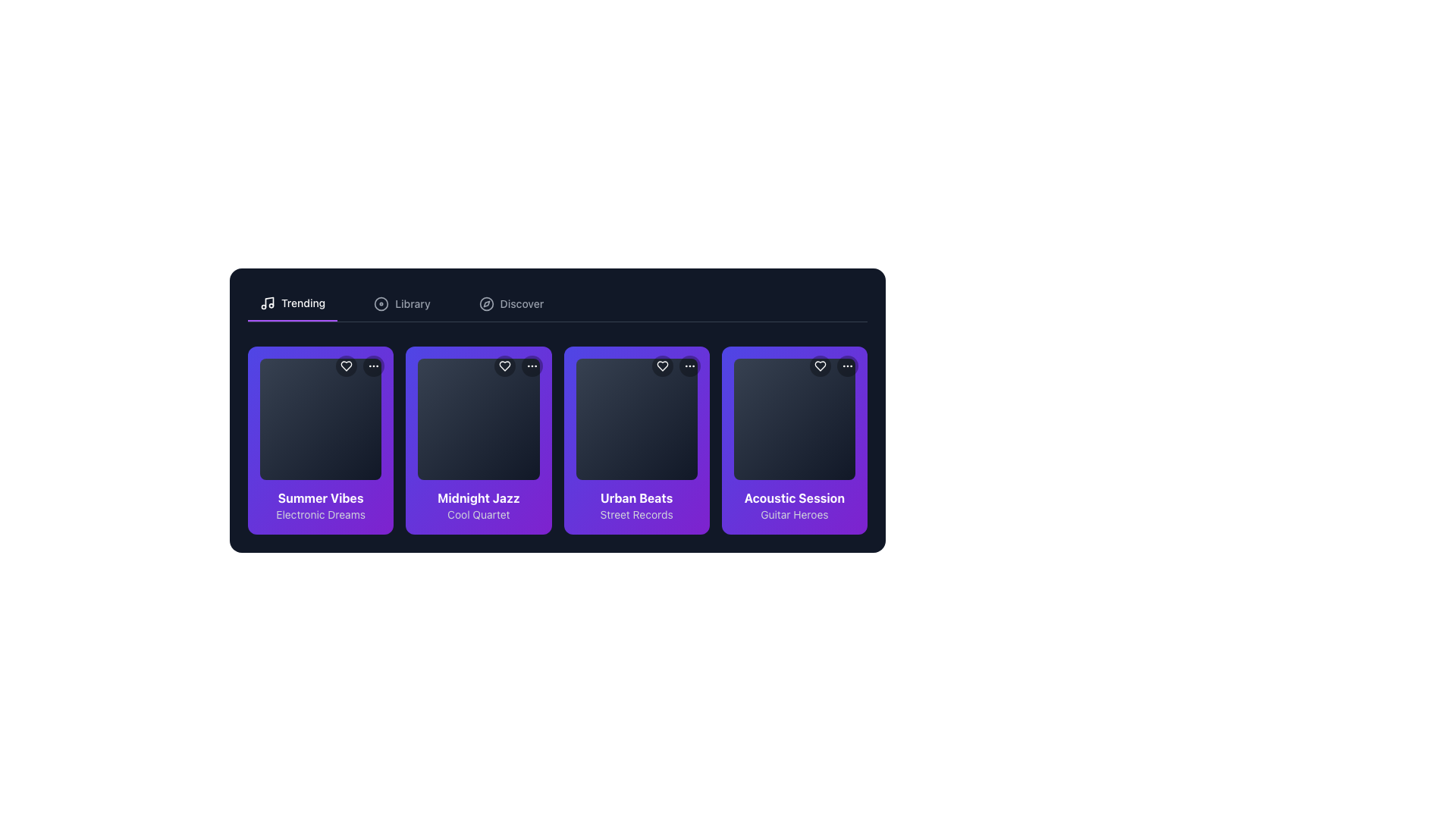 The height and width of the screenshot is (819, 1456). Describe the element at coordinates (689, 366) in the screenshot. I see `the menu trigger button located at the top-right corner of the 'Urban Beats' card` at that location.